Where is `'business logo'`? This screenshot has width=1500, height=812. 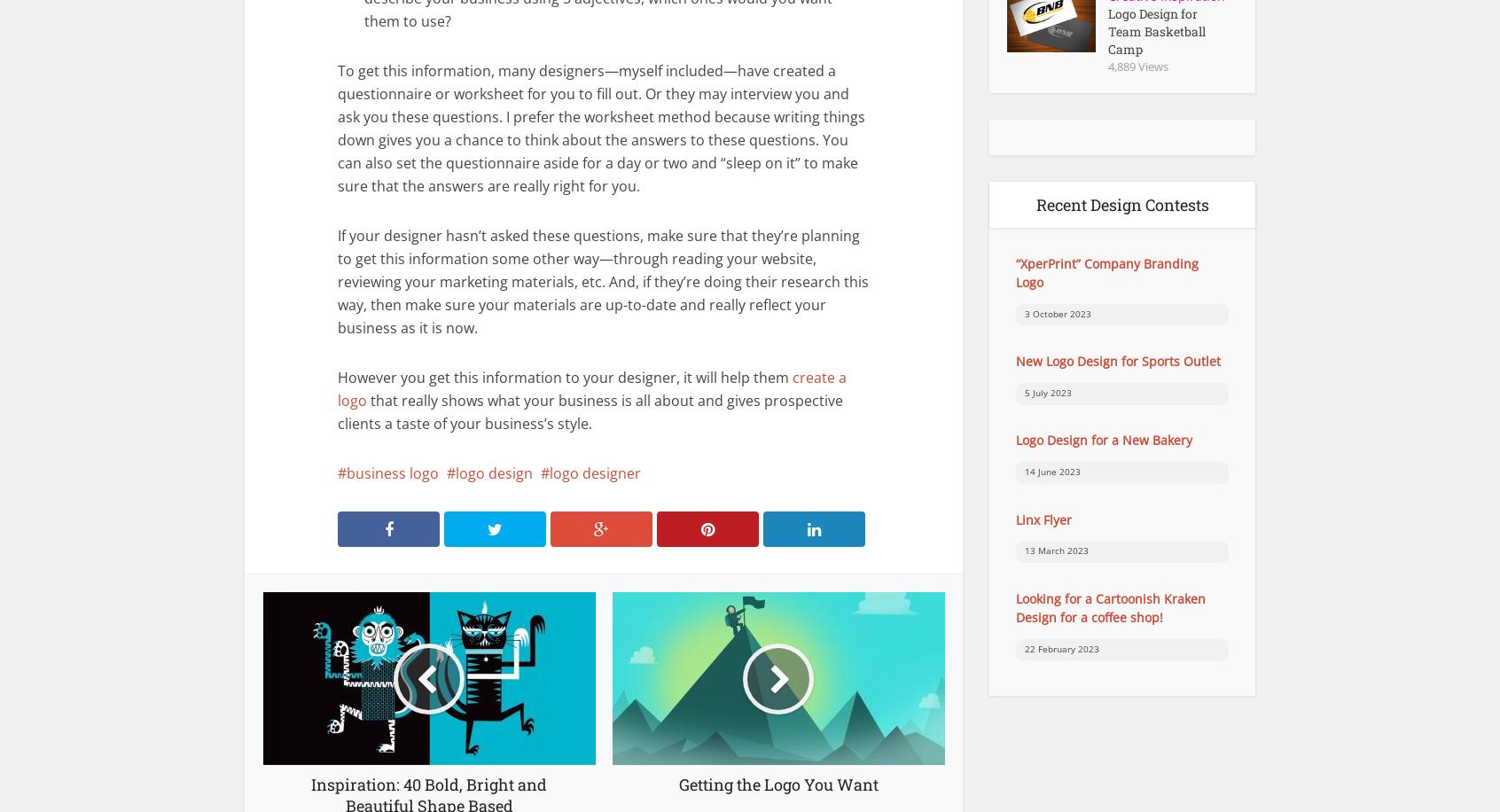
'business logo' is located at coordinates (391, 472).